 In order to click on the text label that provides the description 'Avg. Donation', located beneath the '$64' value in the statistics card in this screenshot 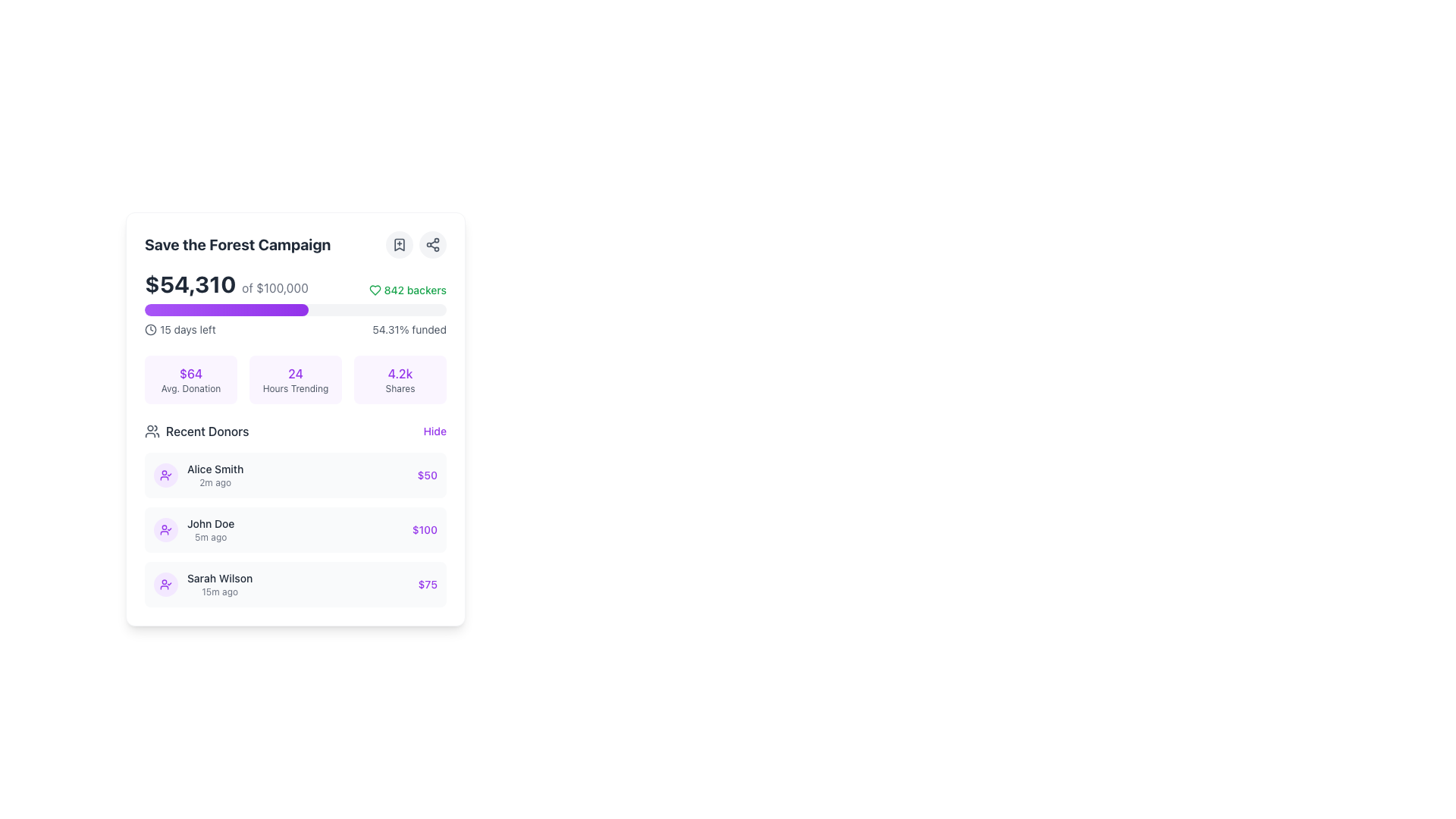, I will do `click(190, 388)`.